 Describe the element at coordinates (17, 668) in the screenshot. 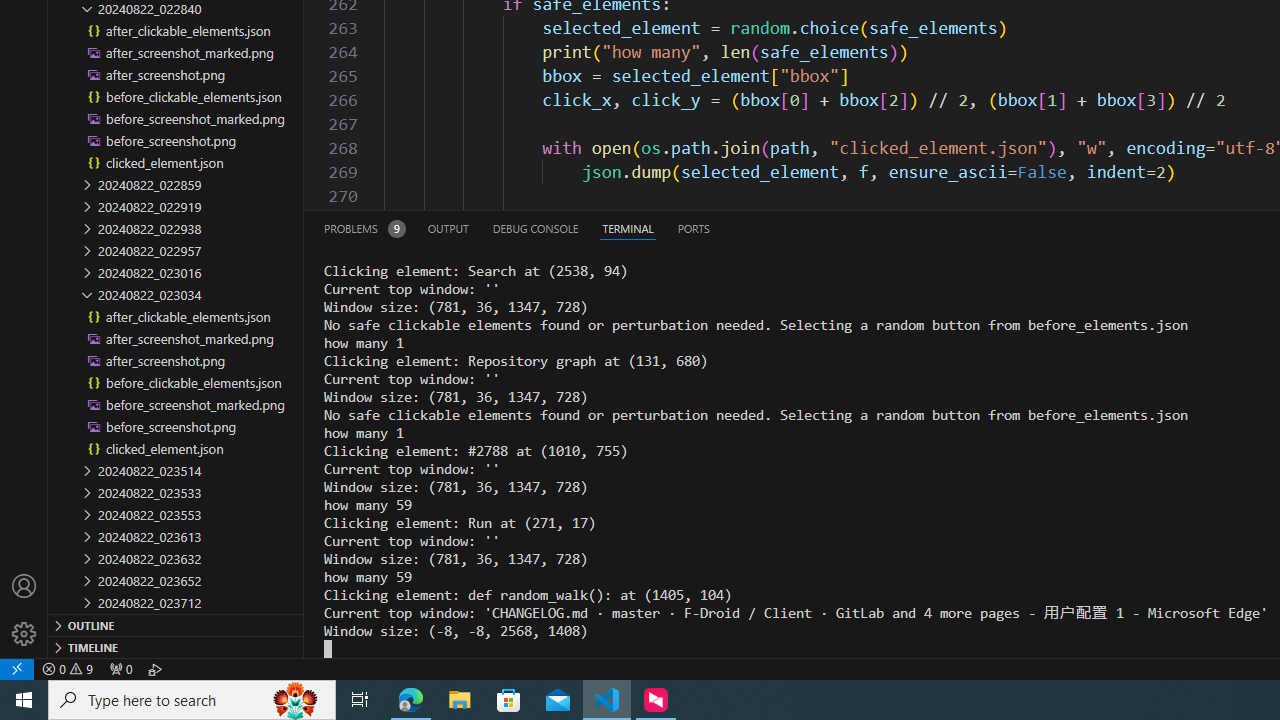

I see `'remote'` at that location.